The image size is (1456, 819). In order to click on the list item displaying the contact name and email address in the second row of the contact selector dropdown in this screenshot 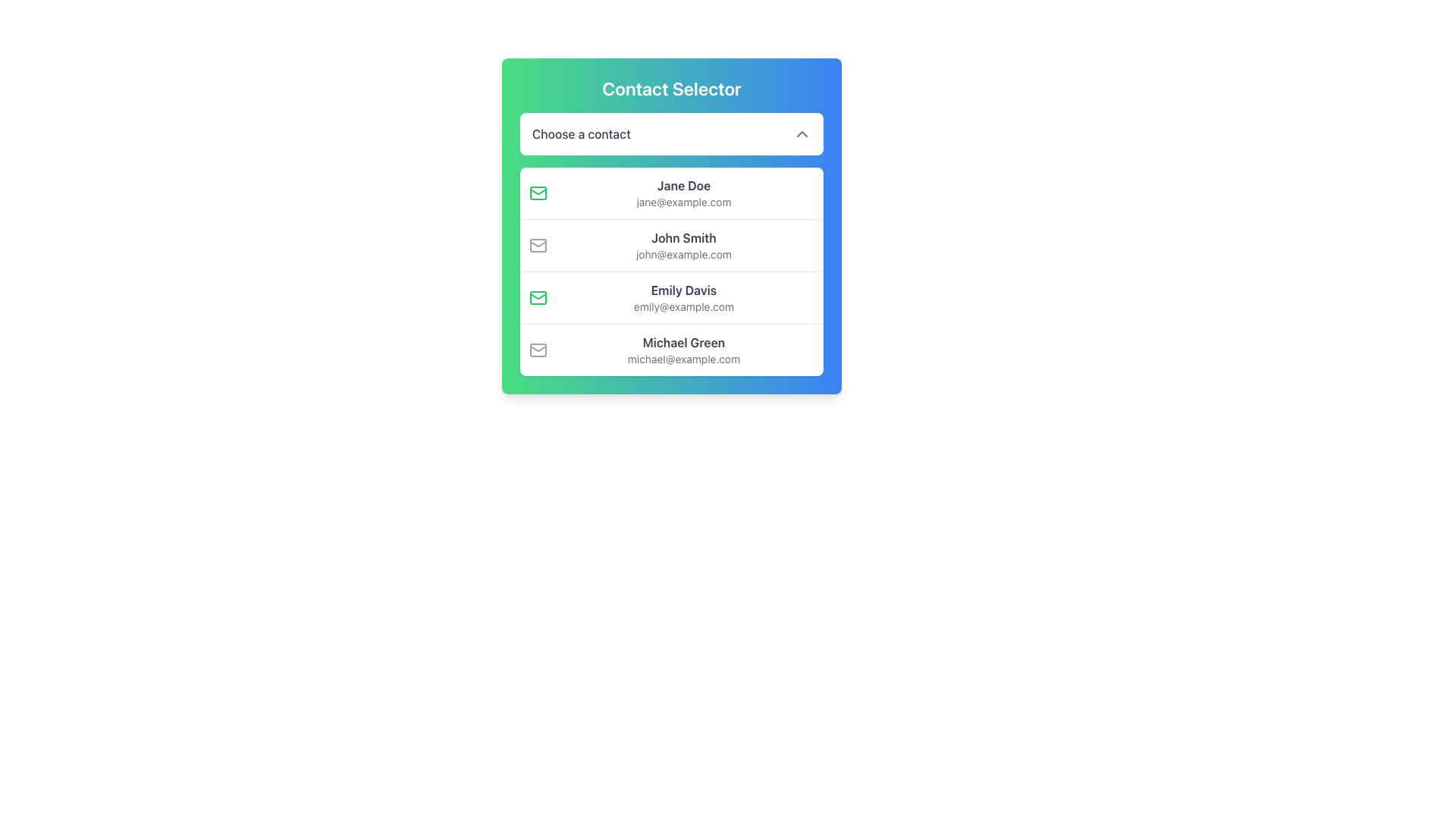, I will do `click(683, 192)`.